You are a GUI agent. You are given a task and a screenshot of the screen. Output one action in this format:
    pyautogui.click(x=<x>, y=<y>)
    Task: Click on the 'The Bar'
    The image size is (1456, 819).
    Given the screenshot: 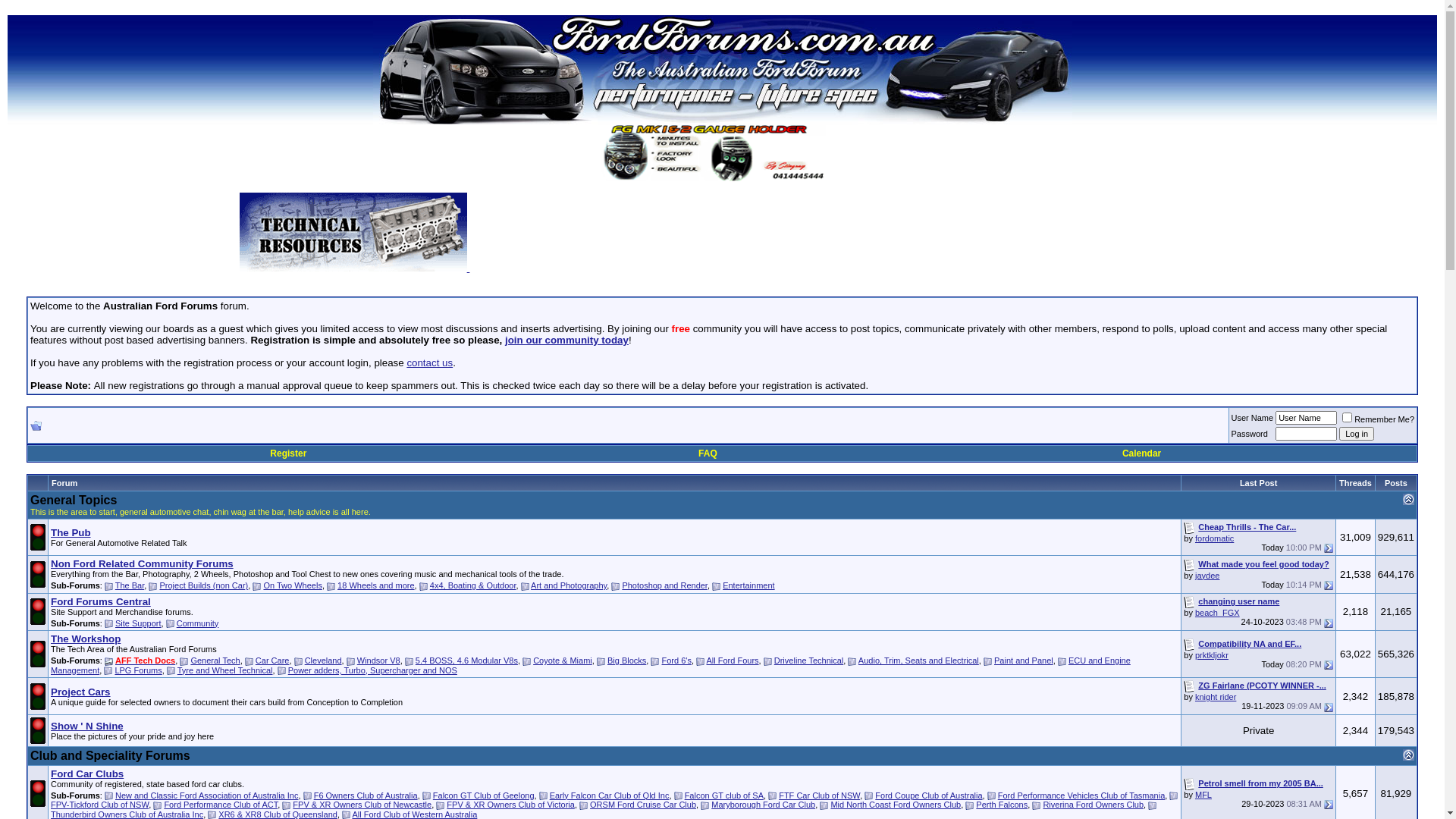 What is the action you would take?
    pyautogui.click(x=115, y=584)
    